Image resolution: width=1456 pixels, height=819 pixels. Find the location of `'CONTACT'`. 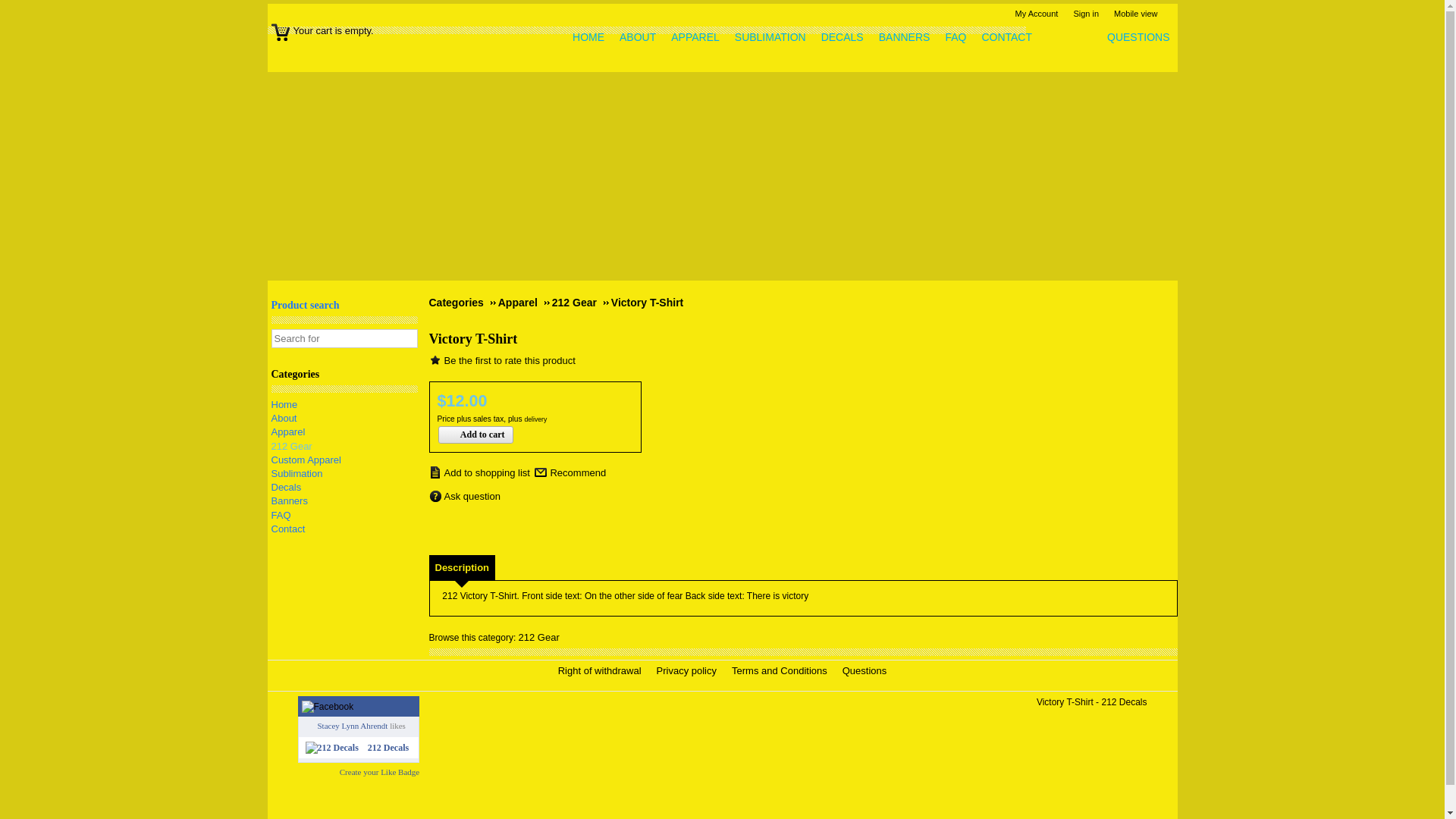

'CONTACT' is located at coordinates (1010, 36).